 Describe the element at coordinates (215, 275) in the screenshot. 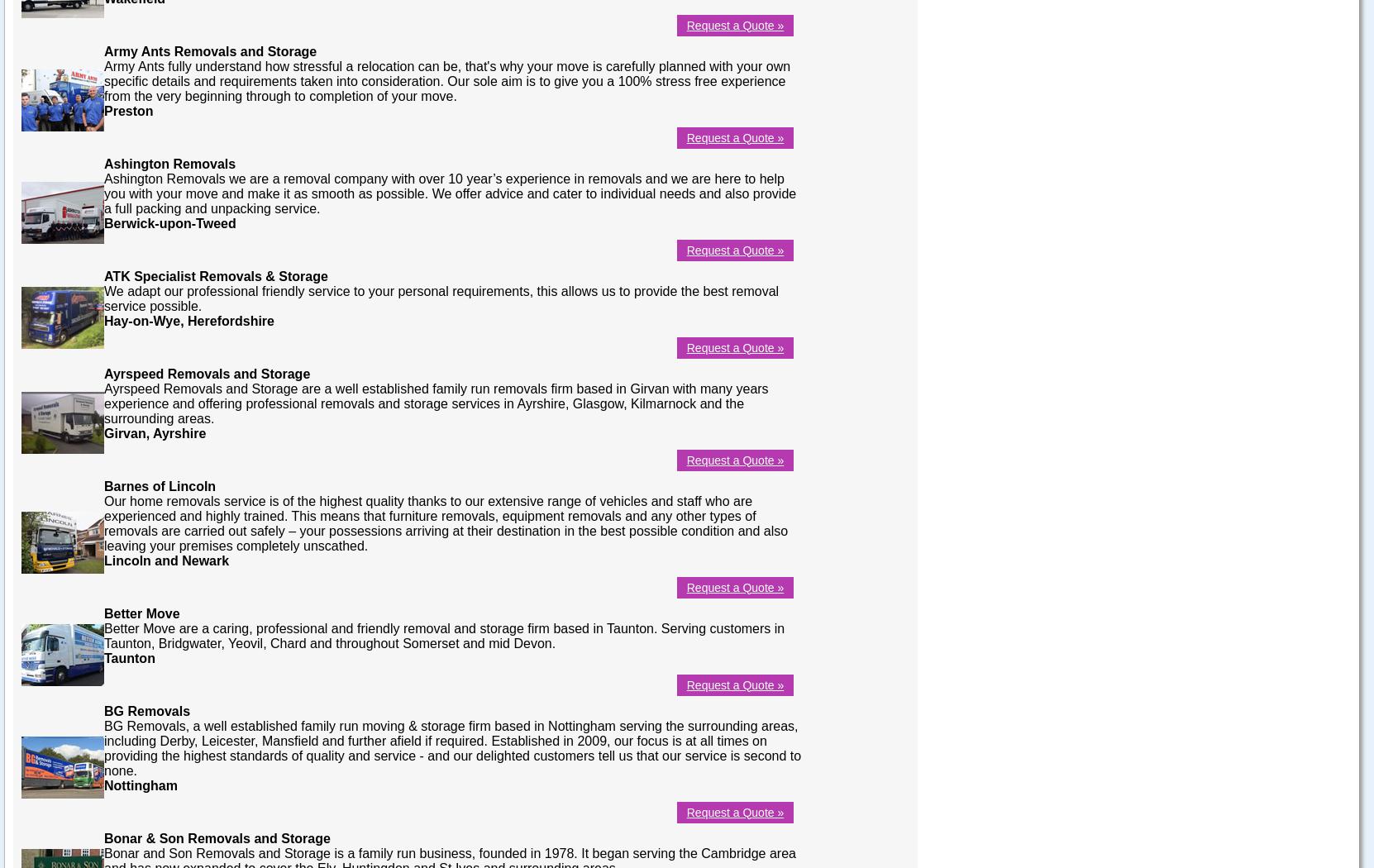

I see `'ATK Specialist Removals & Storage'` at that location.